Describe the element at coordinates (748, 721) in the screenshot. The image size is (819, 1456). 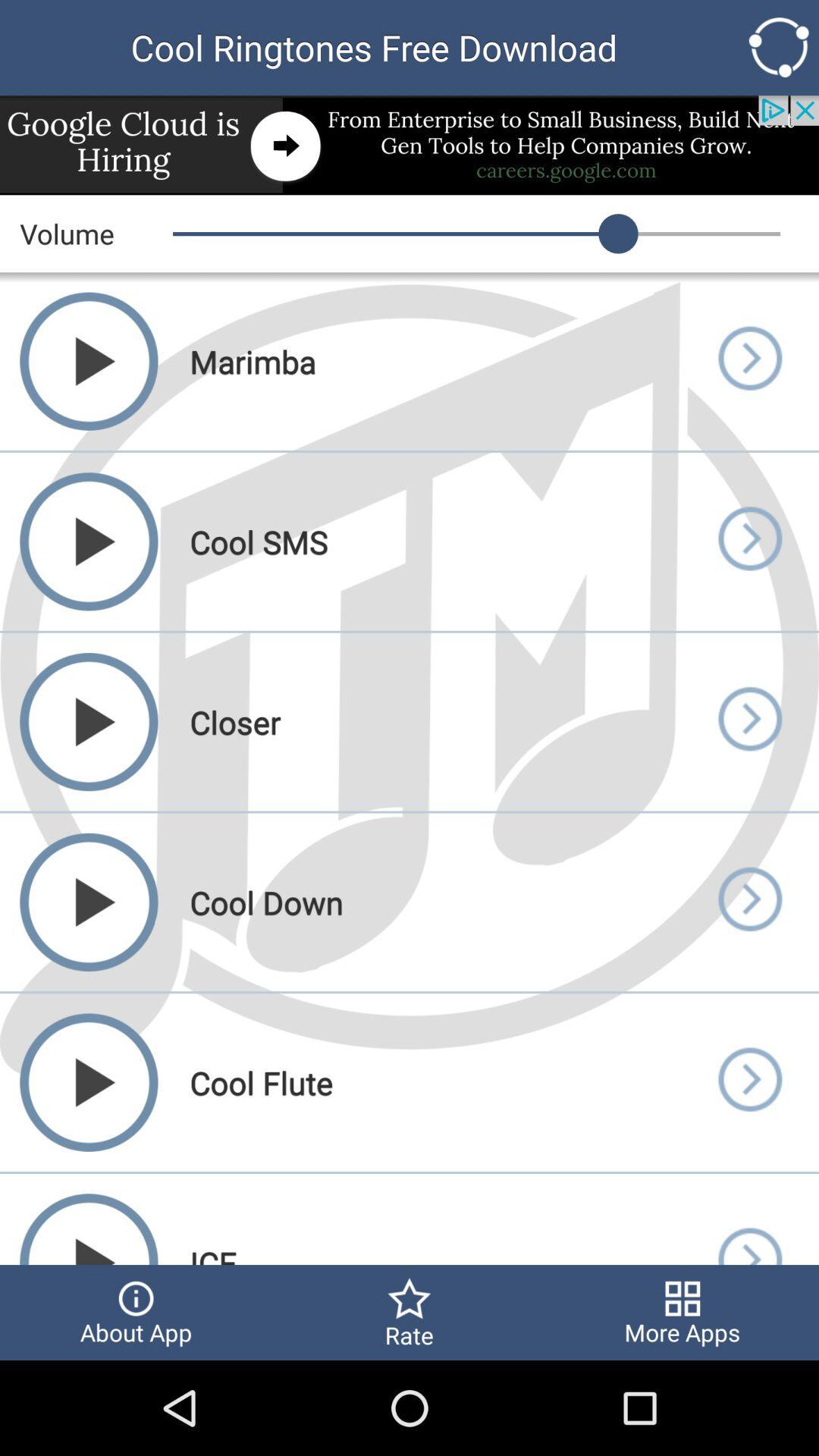
I see `goto next` at that location.